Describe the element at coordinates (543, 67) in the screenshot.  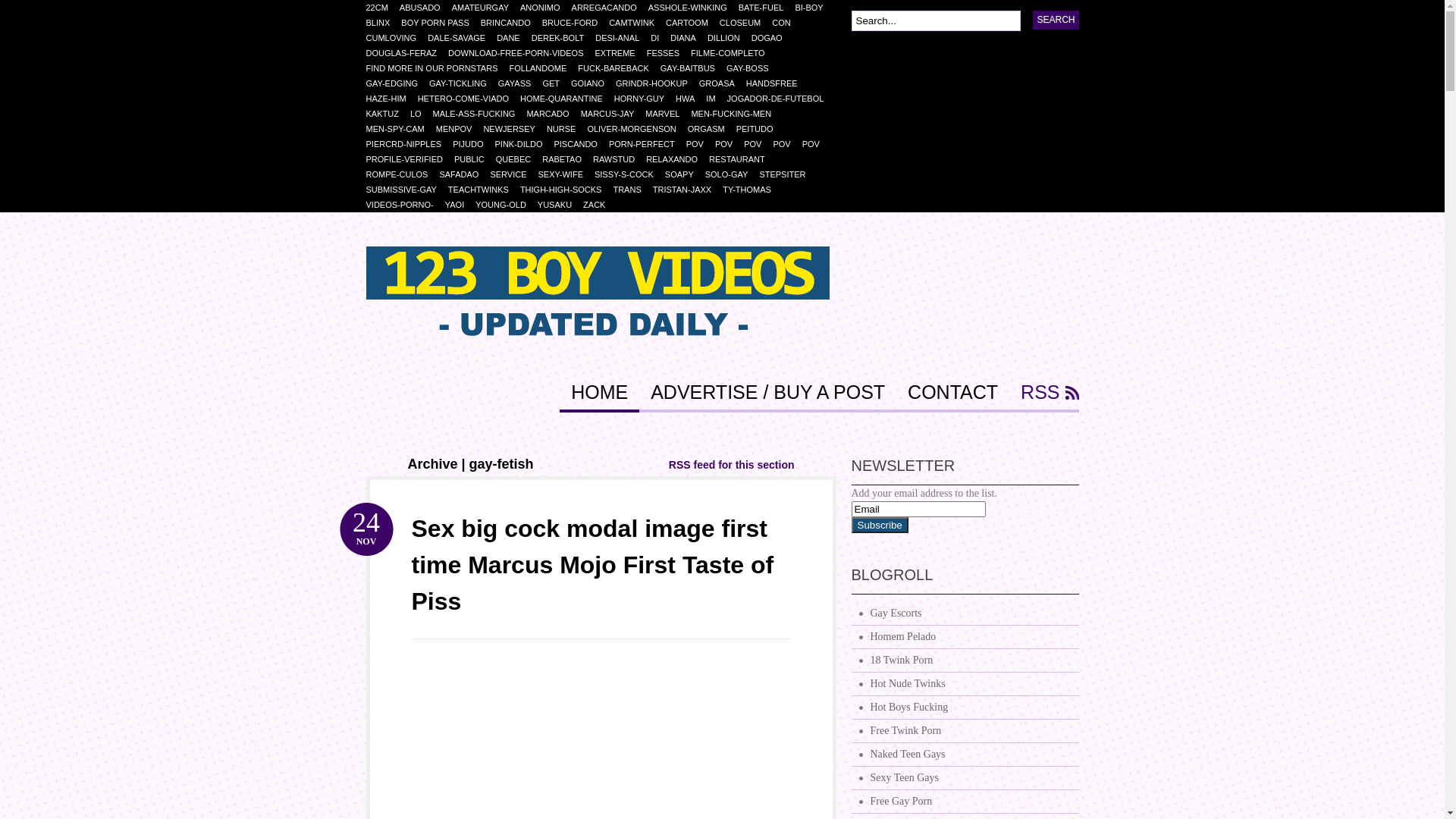
I see `'FOLLANDOME'` at that location.